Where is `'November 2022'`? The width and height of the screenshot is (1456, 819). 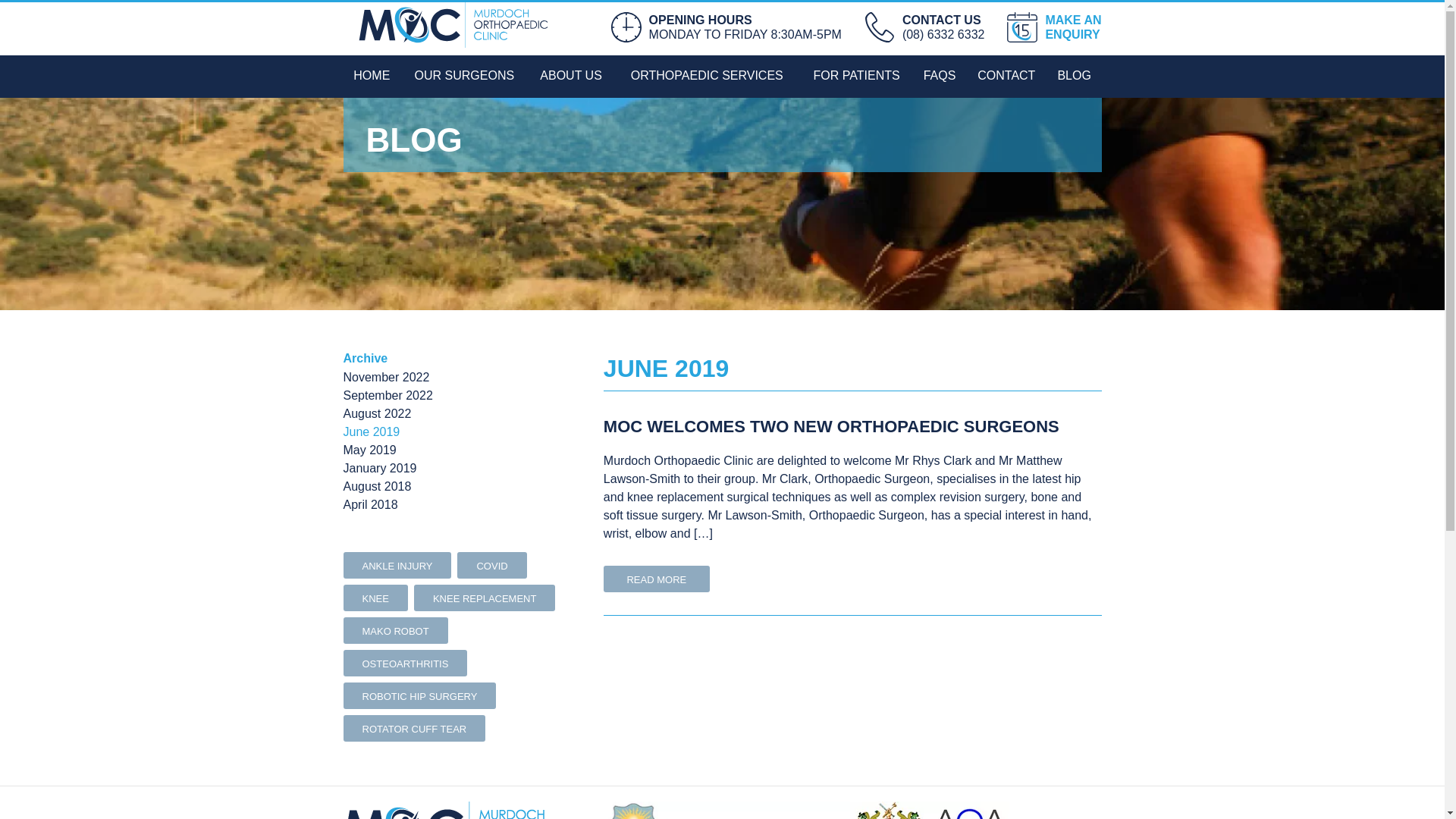
'November 2022' is located at coordinates (341, 376).